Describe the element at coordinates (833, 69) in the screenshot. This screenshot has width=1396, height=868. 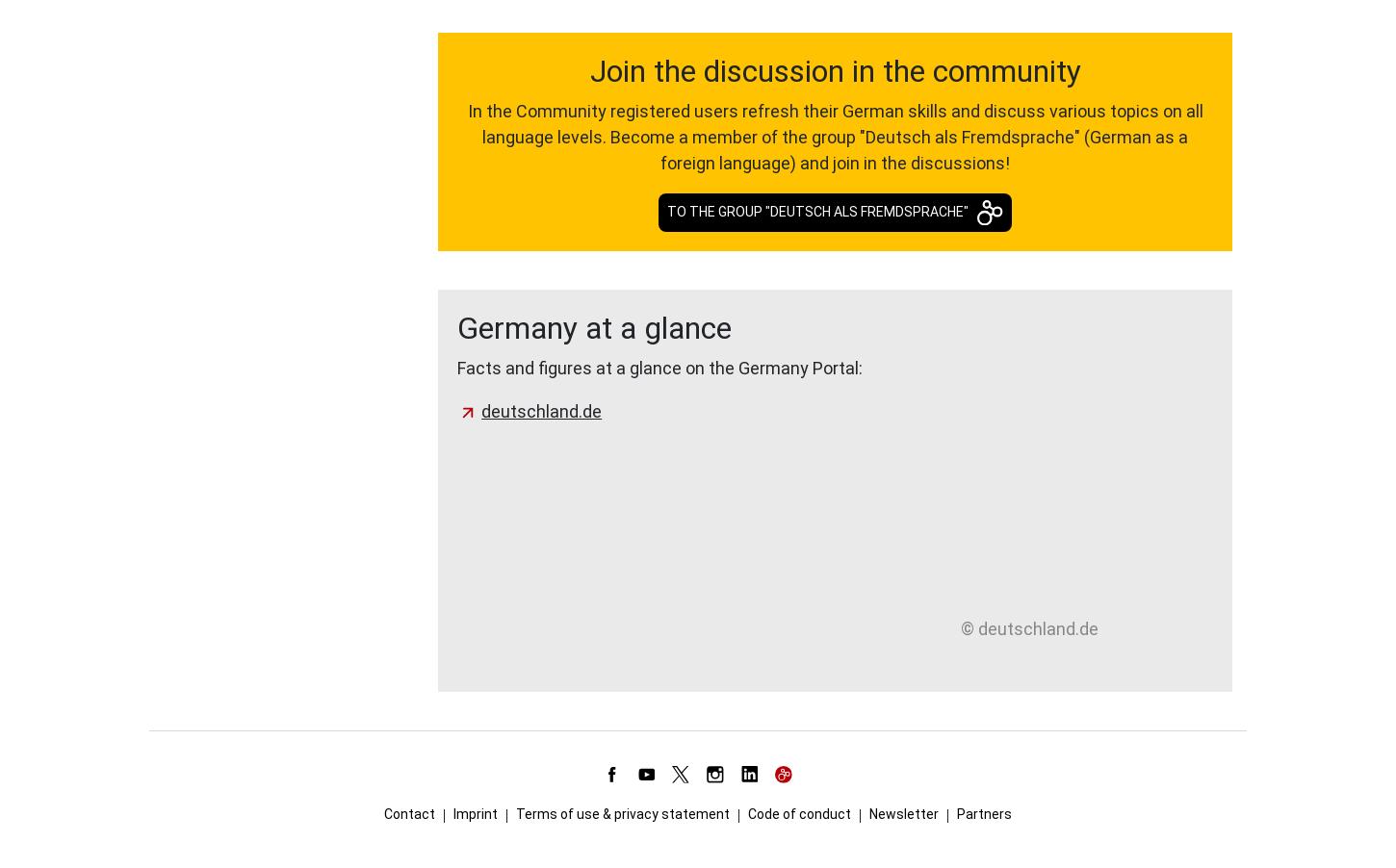
I see `'Join the discussion in the community'` at that location.